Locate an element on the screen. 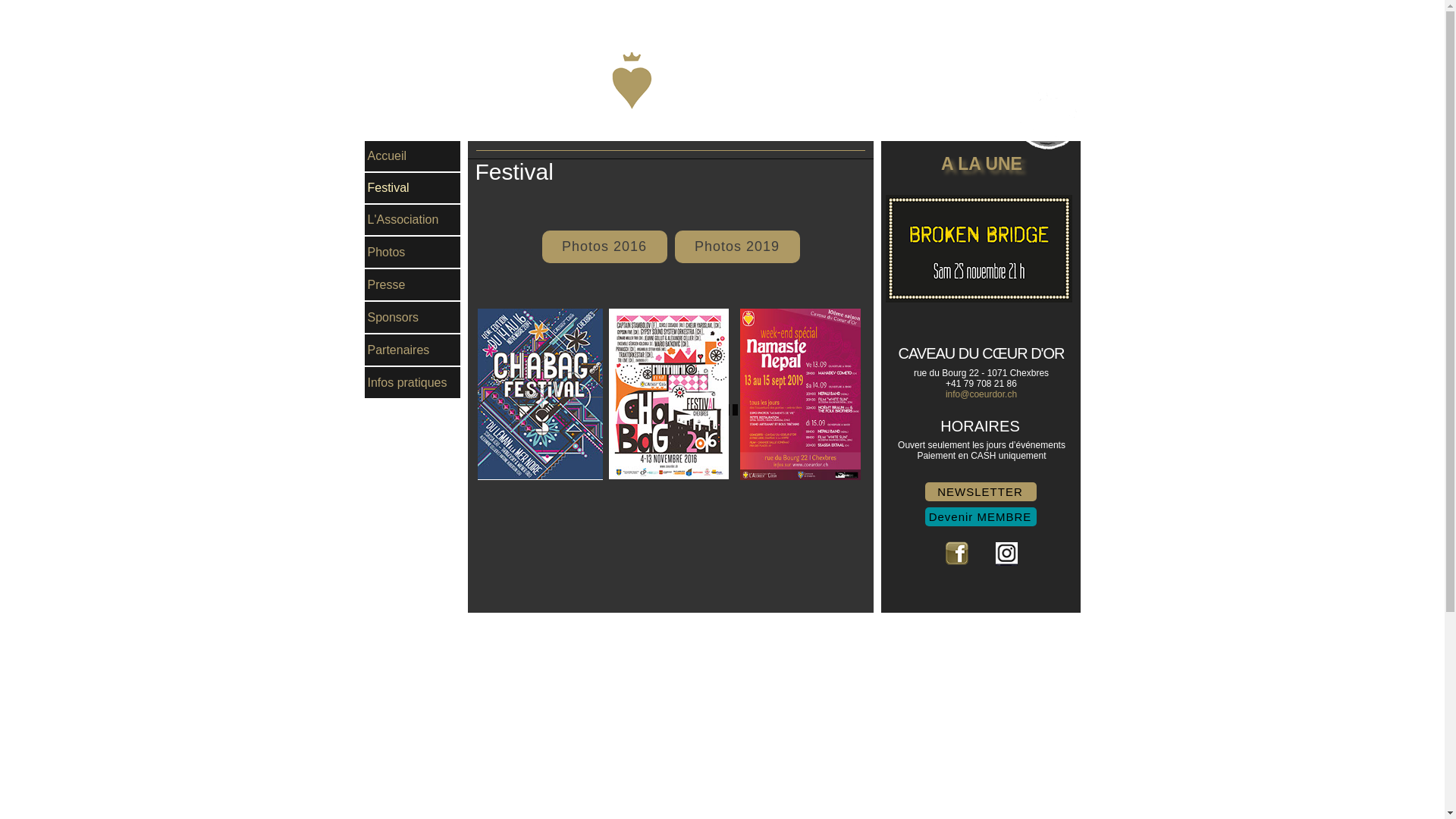 Image resolution: width=1456 pixels, height=819 pixels. 'instagram' is located at coordinates (1006, 553).